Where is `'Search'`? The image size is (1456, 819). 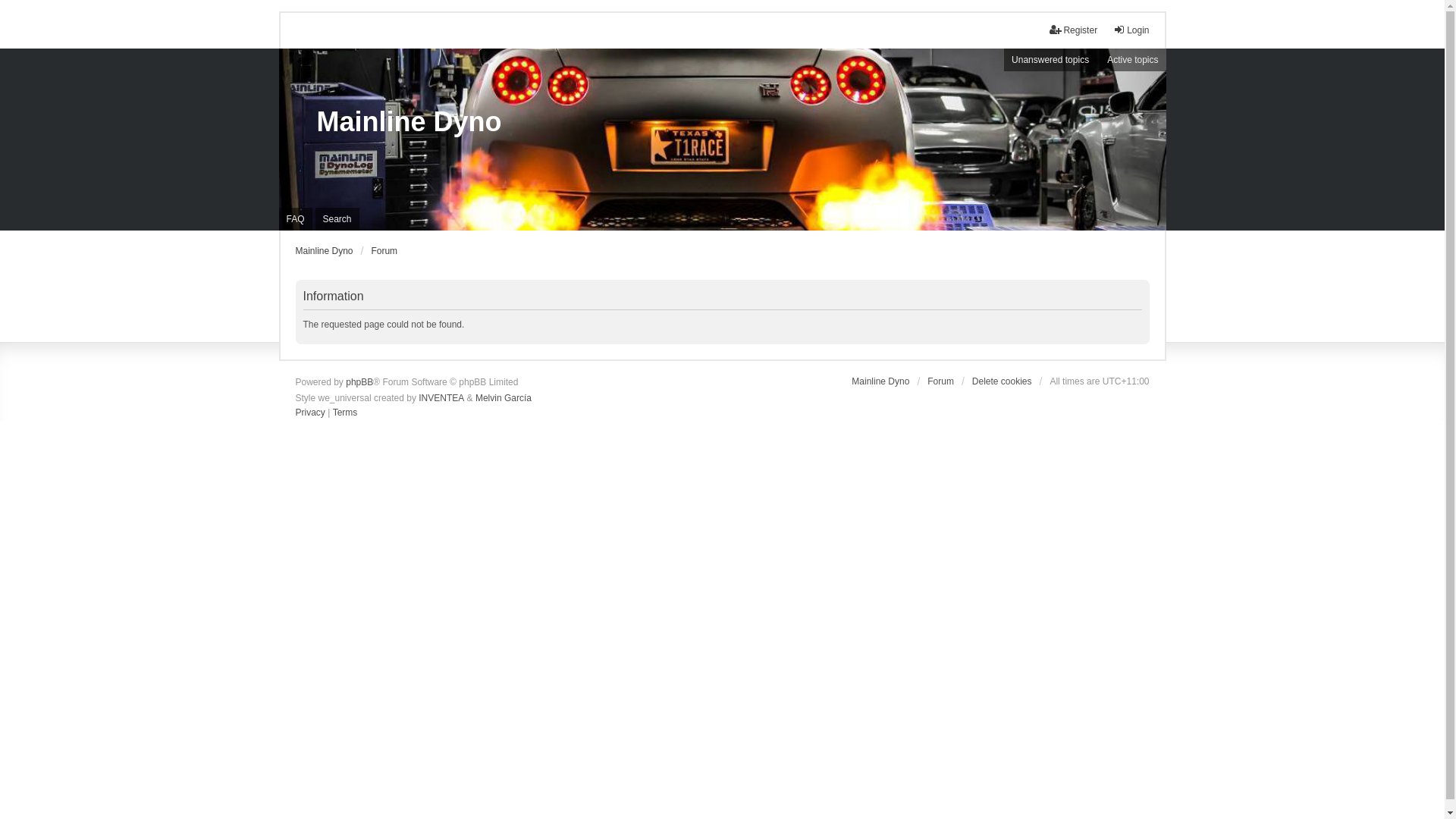
'Search' is located at coordinates (337, 219).